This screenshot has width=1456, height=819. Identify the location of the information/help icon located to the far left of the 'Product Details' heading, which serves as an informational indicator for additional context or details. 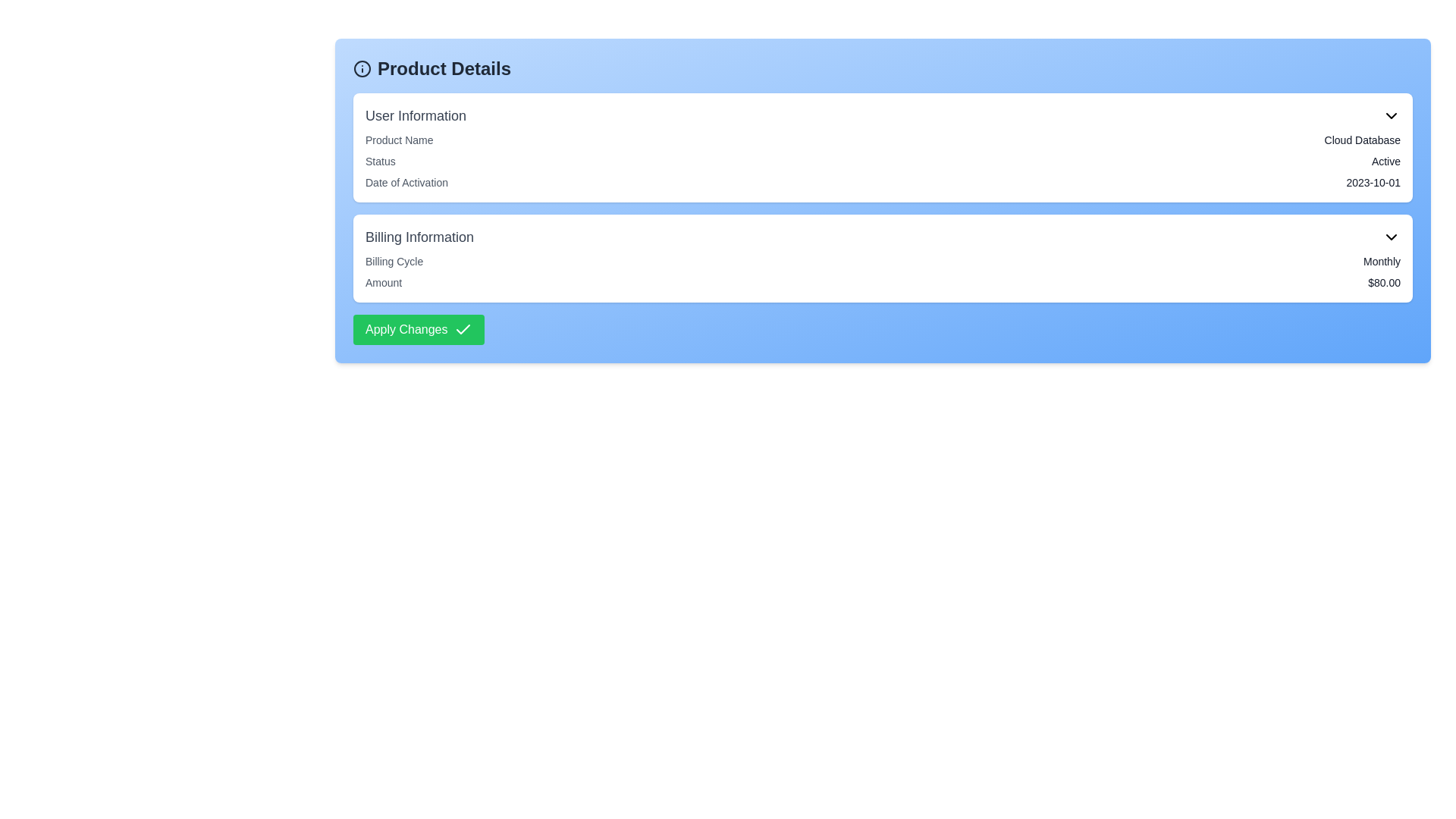
(362, 69).